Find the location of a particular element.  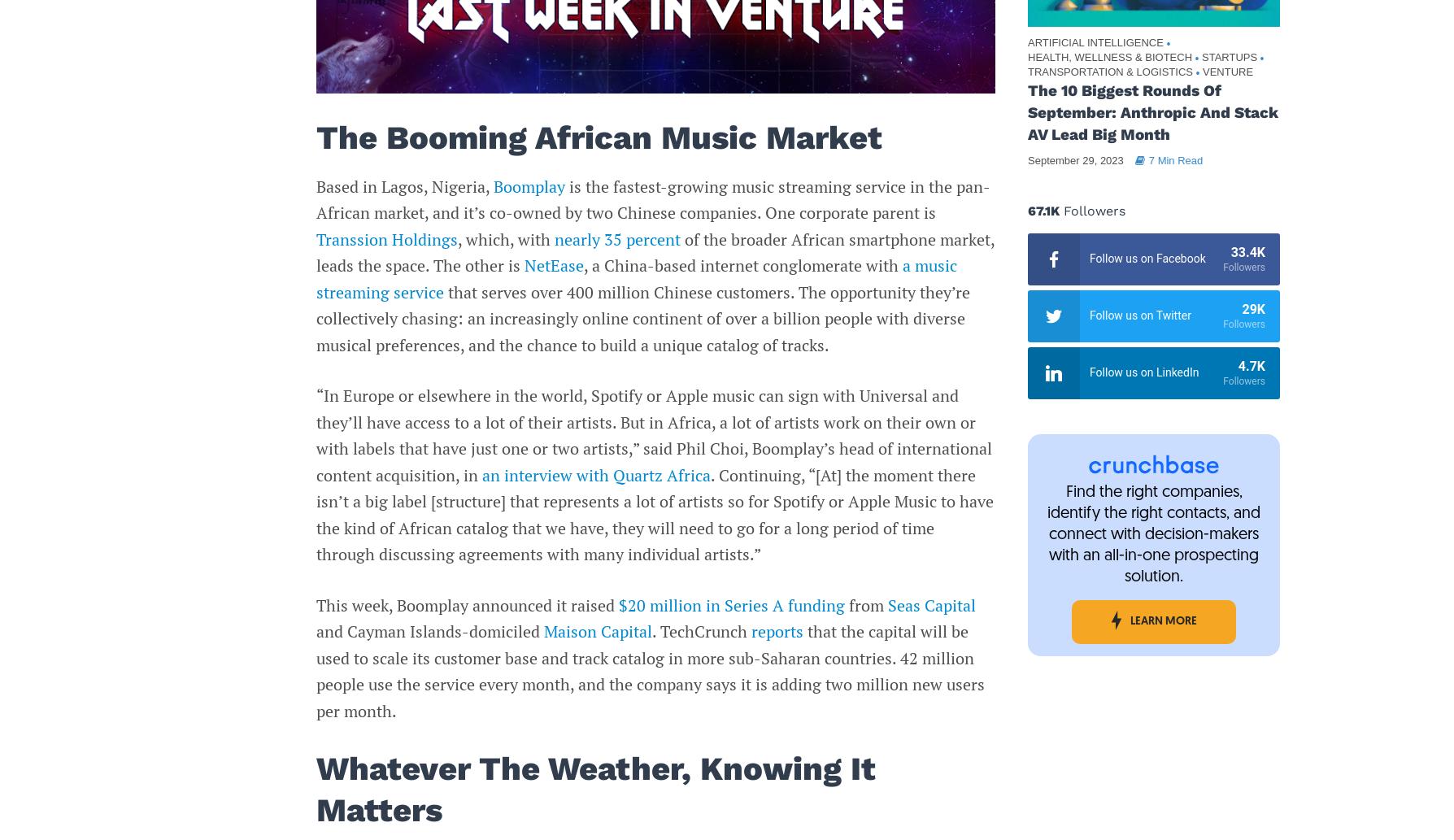

'“In Europe or elsewhere in the world, Spotify or Apple music can sign with Universal and they’ll have access to a lot of their artists. But in Africa, a lot of artists work on their own or with labels that have just one or two artists,” said Phil Choi, Boomplay’s head of international content acquisition, in' is located at coordinates (653, 433).